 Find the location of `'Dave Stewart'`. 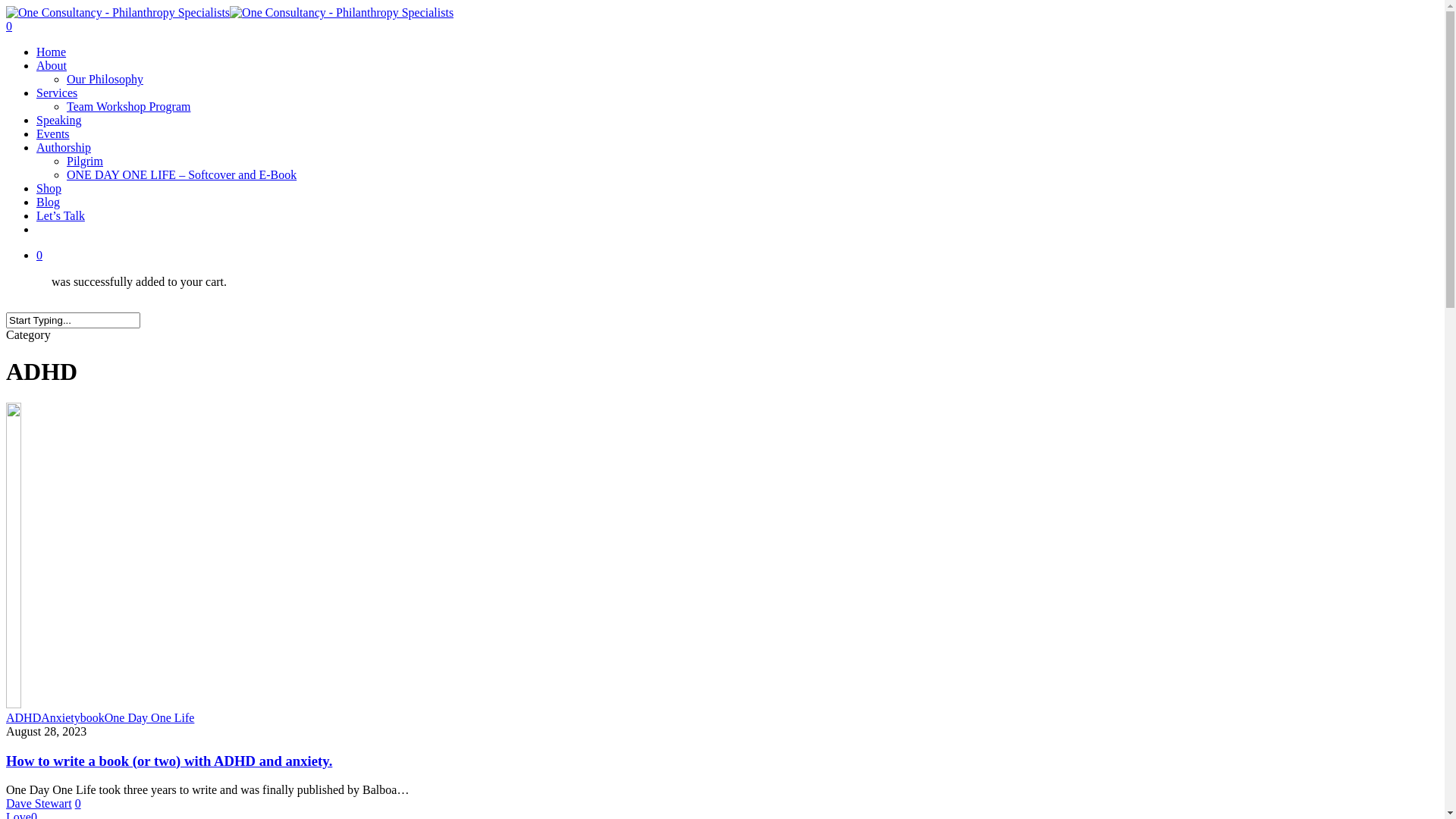

'Dave Stewart' is located at coordinates (39, 802).